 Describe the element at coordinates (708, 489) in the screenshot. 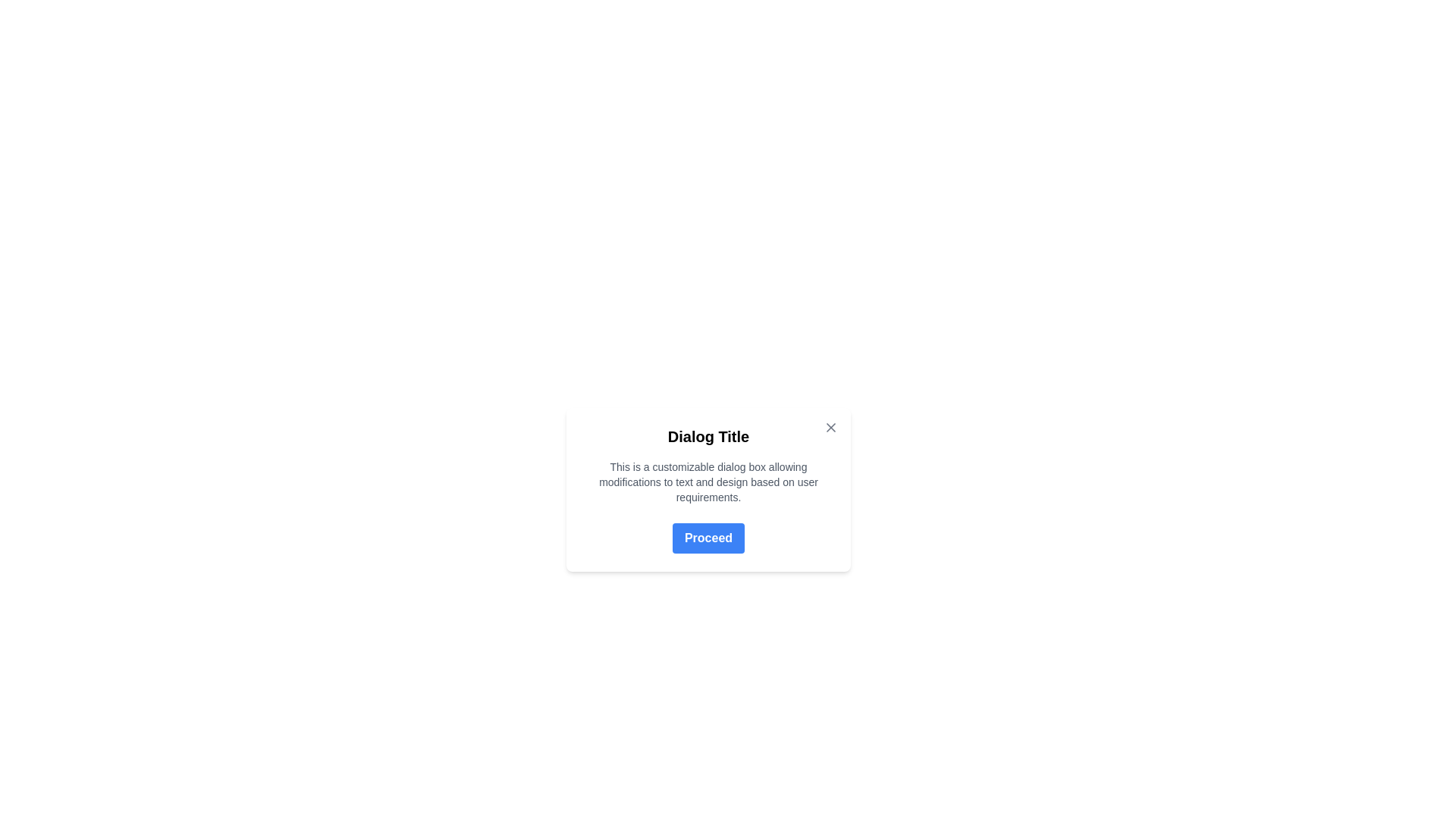

I see `the Modal dialog box which contains a bolded title, explanatory text, and a 'Proceed' button` at that location.